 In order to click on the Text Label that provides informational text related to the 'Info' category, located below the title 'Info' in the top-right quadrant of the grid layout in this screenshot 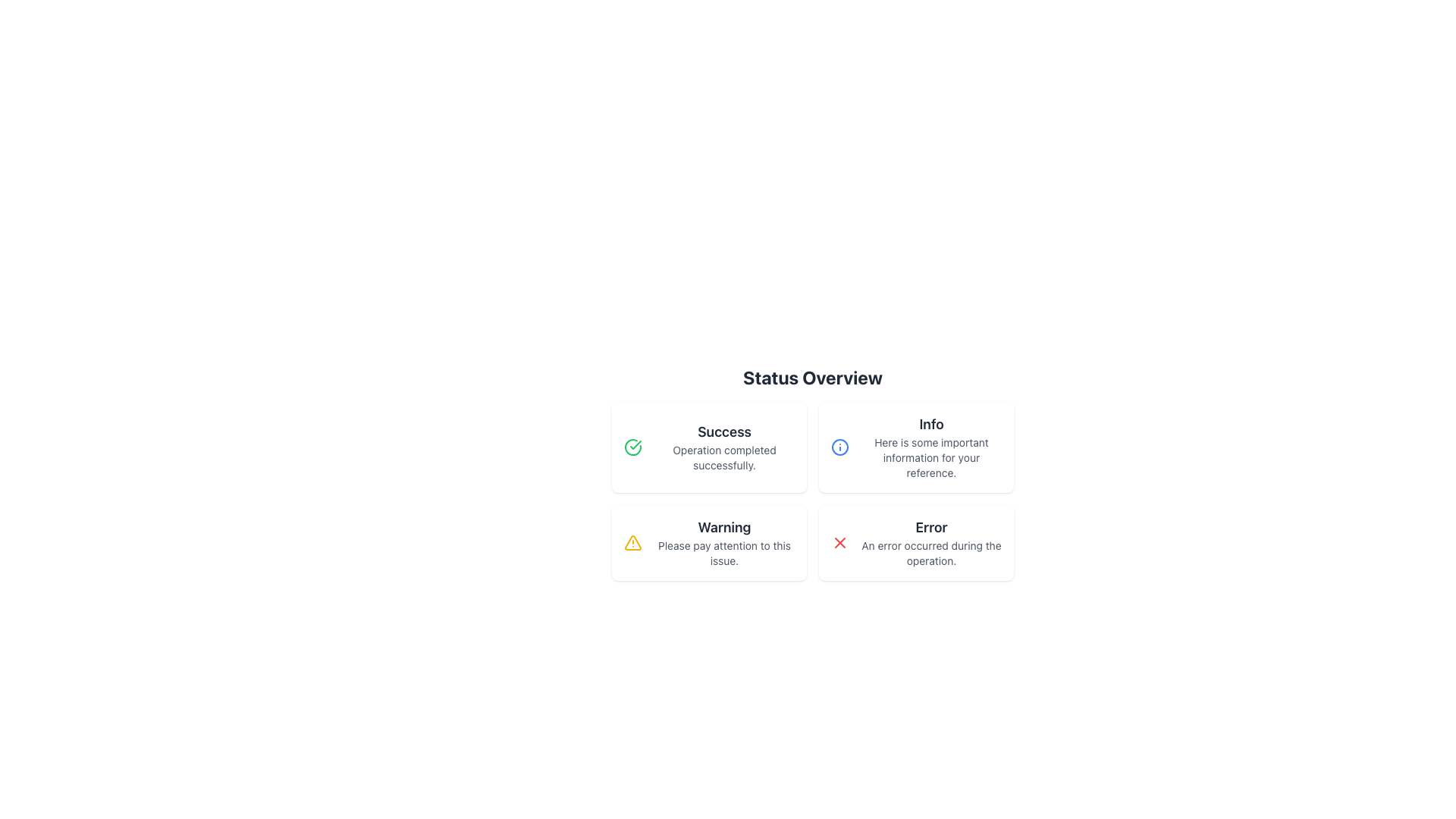, I will do `click(930, 457)`.